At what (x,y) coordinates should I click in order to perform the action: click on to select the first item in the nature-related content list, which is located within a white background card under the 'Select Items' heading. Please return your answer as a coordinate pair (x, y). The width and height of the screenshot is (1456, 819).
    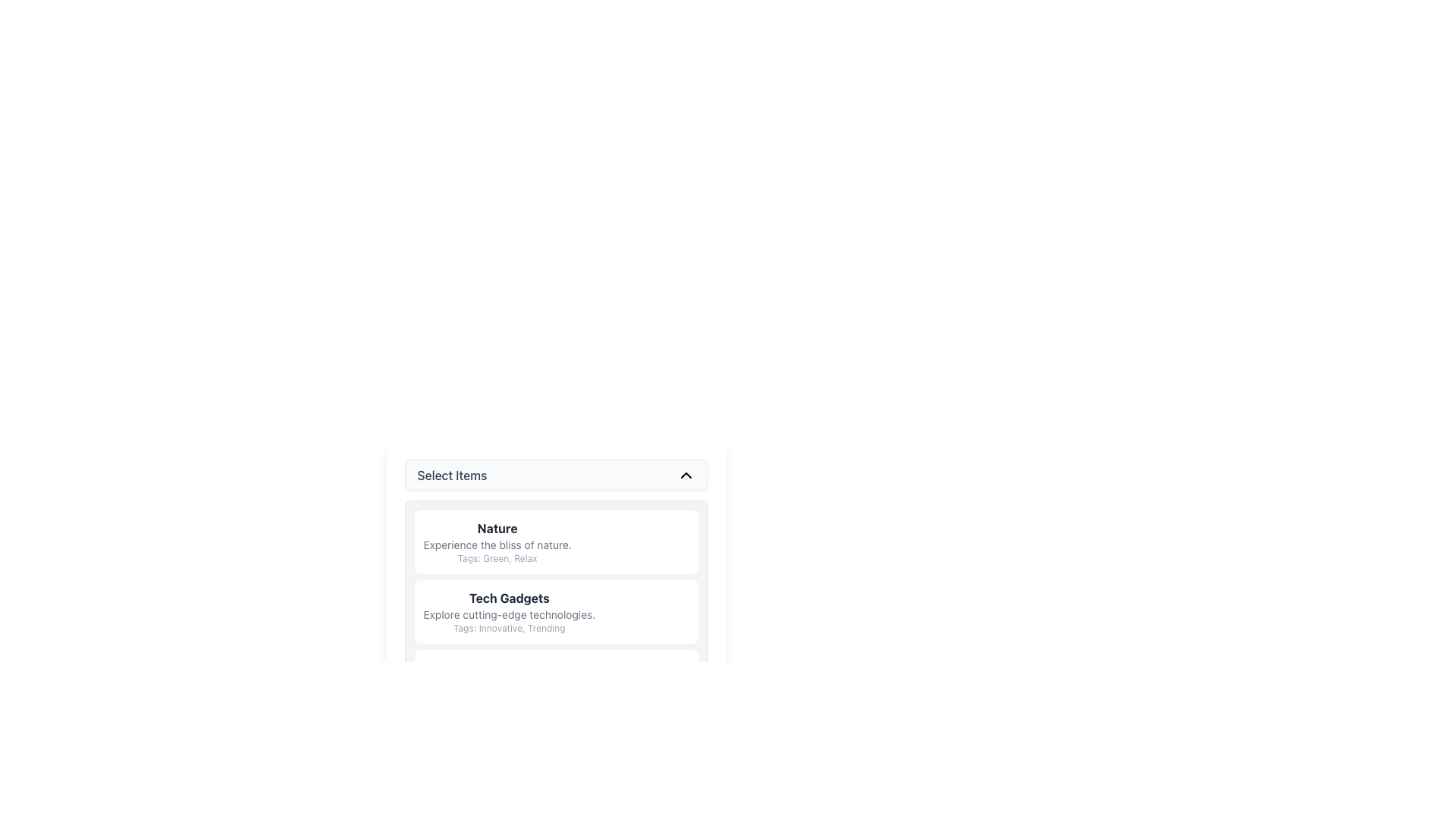
    Looking at the image, I should click on (497, 541).